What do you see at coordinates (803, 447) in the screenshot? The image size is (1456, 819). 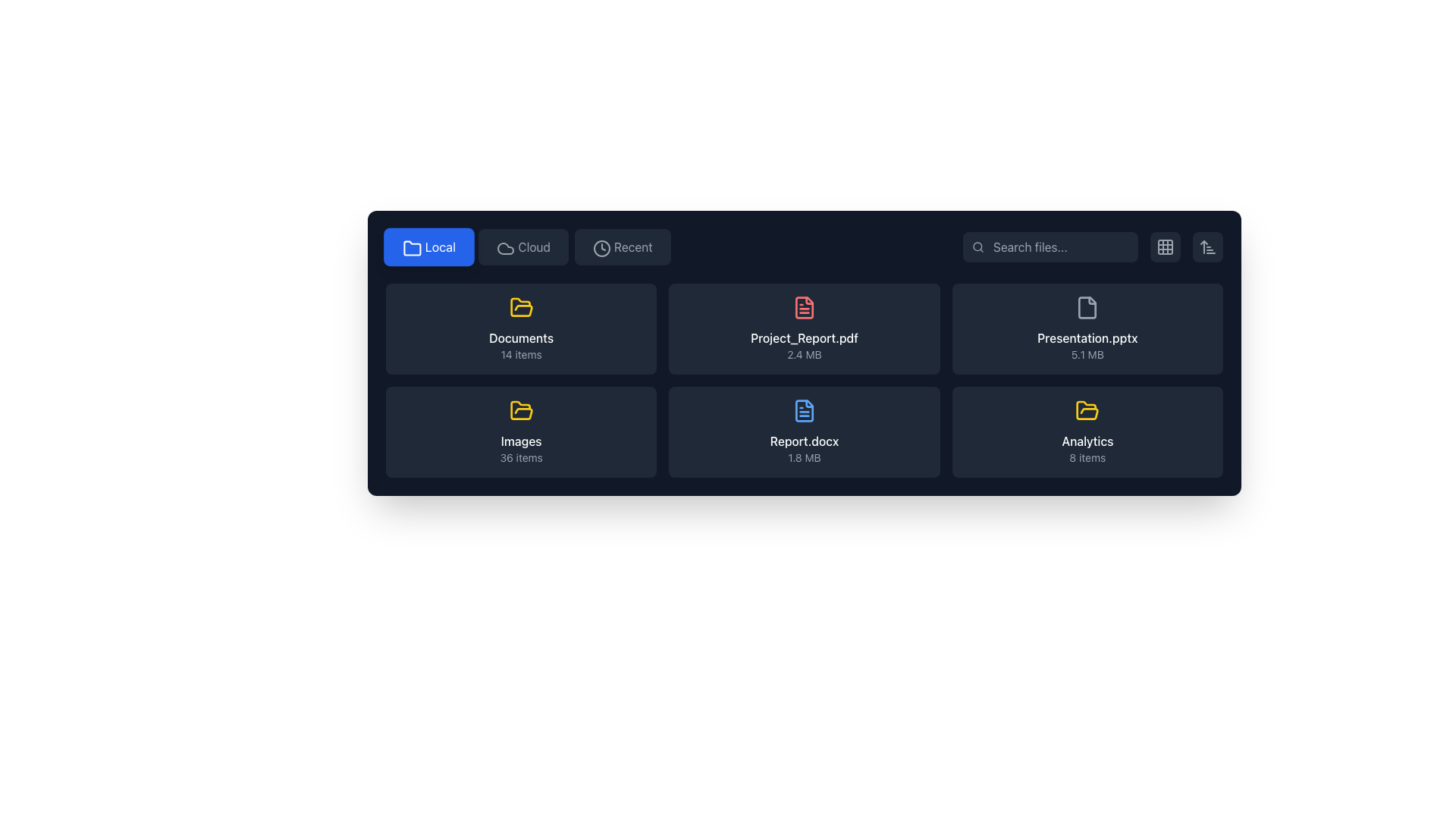 I see `the Text label displaying 'Report.docx' and '1.8 MB' in the middle row, second column of the file preview grid` at bounding box center [803, 447].